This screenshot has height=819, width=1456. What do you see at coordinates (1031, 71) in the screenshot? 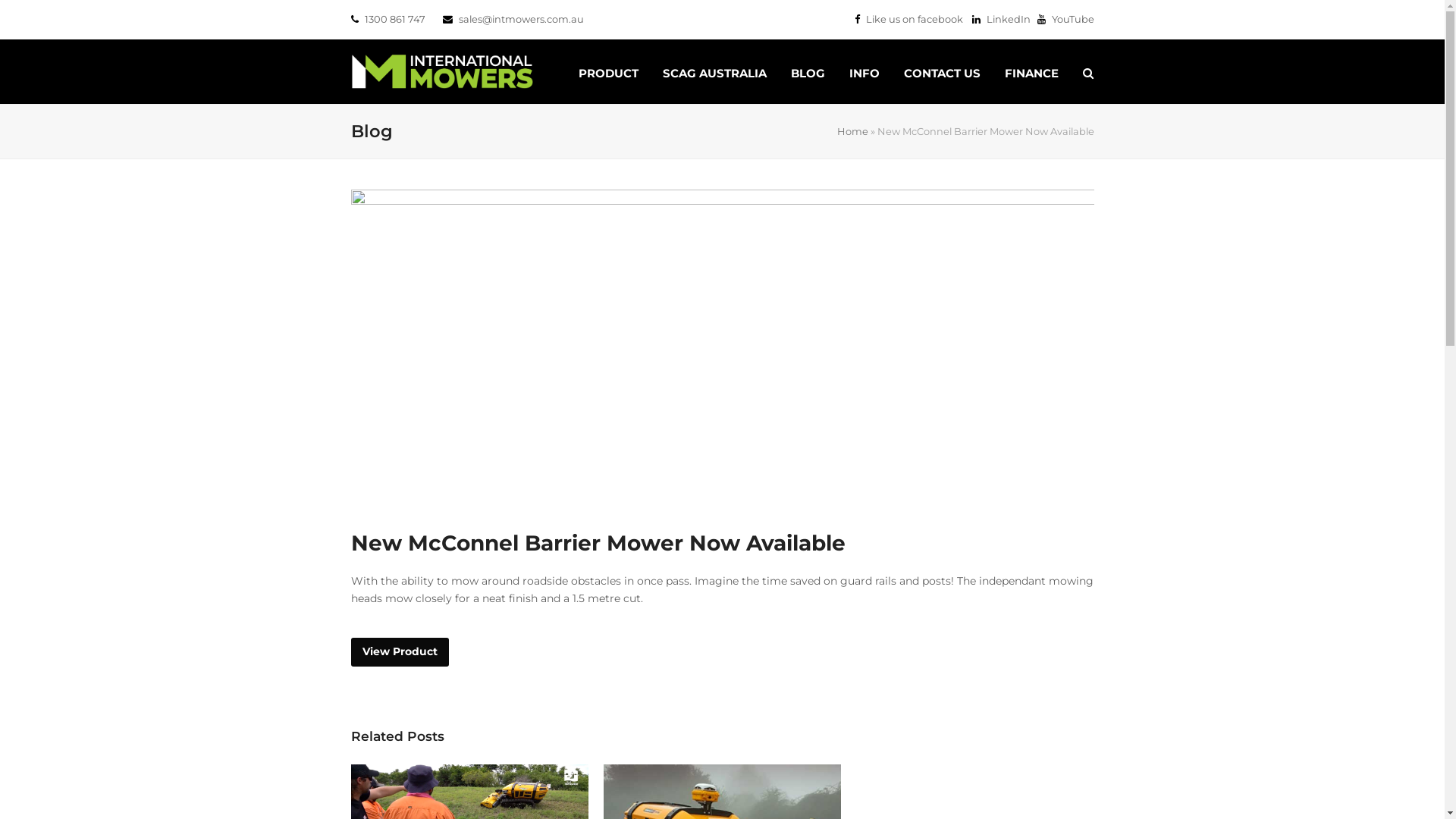
I see `'FINANCE'` at bounding box center [1031, 71].